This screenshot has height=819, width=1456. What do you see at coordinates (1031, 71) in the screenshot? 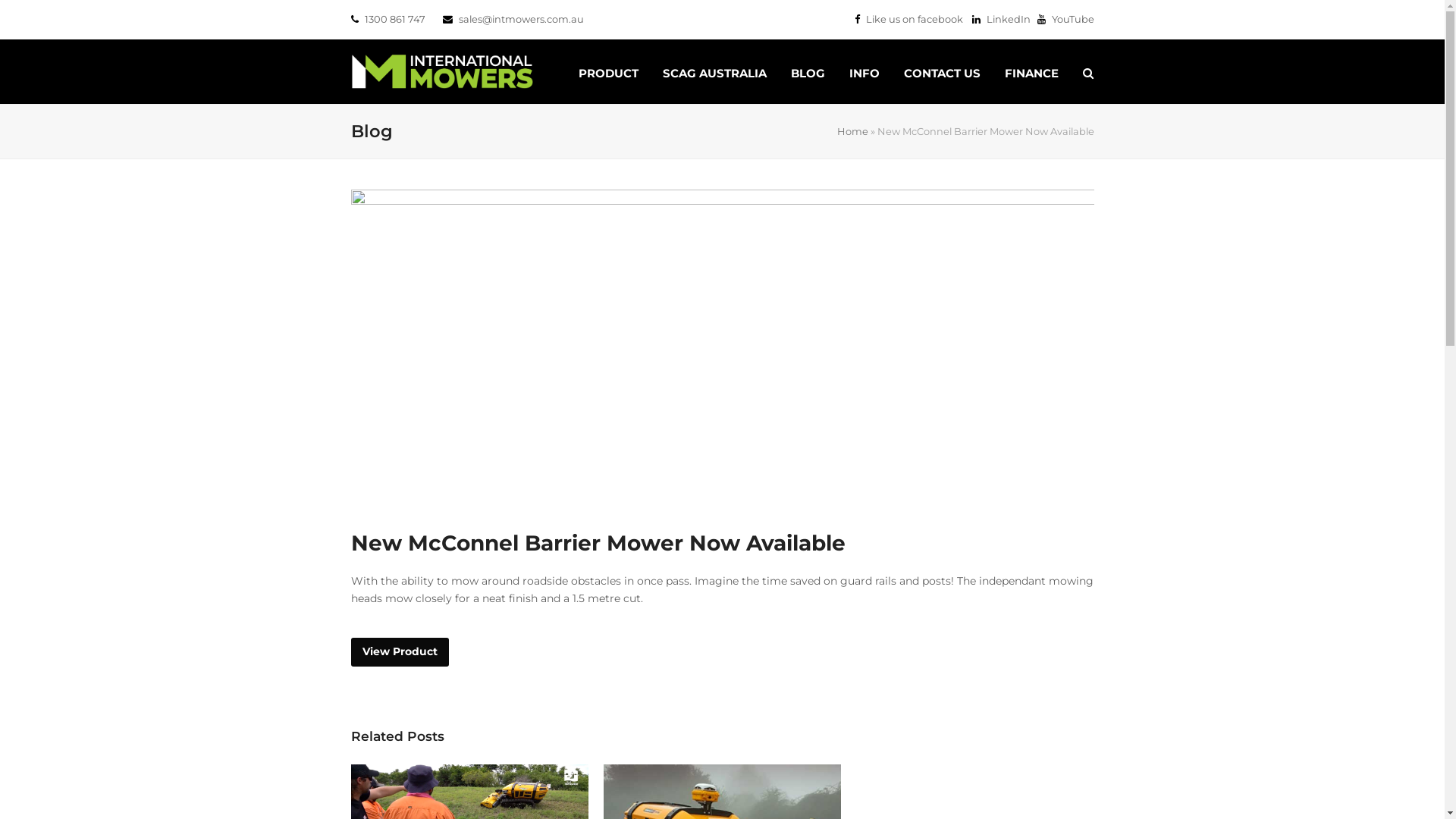
I see `'FINANCE'` at bounding box center [1031, 71].